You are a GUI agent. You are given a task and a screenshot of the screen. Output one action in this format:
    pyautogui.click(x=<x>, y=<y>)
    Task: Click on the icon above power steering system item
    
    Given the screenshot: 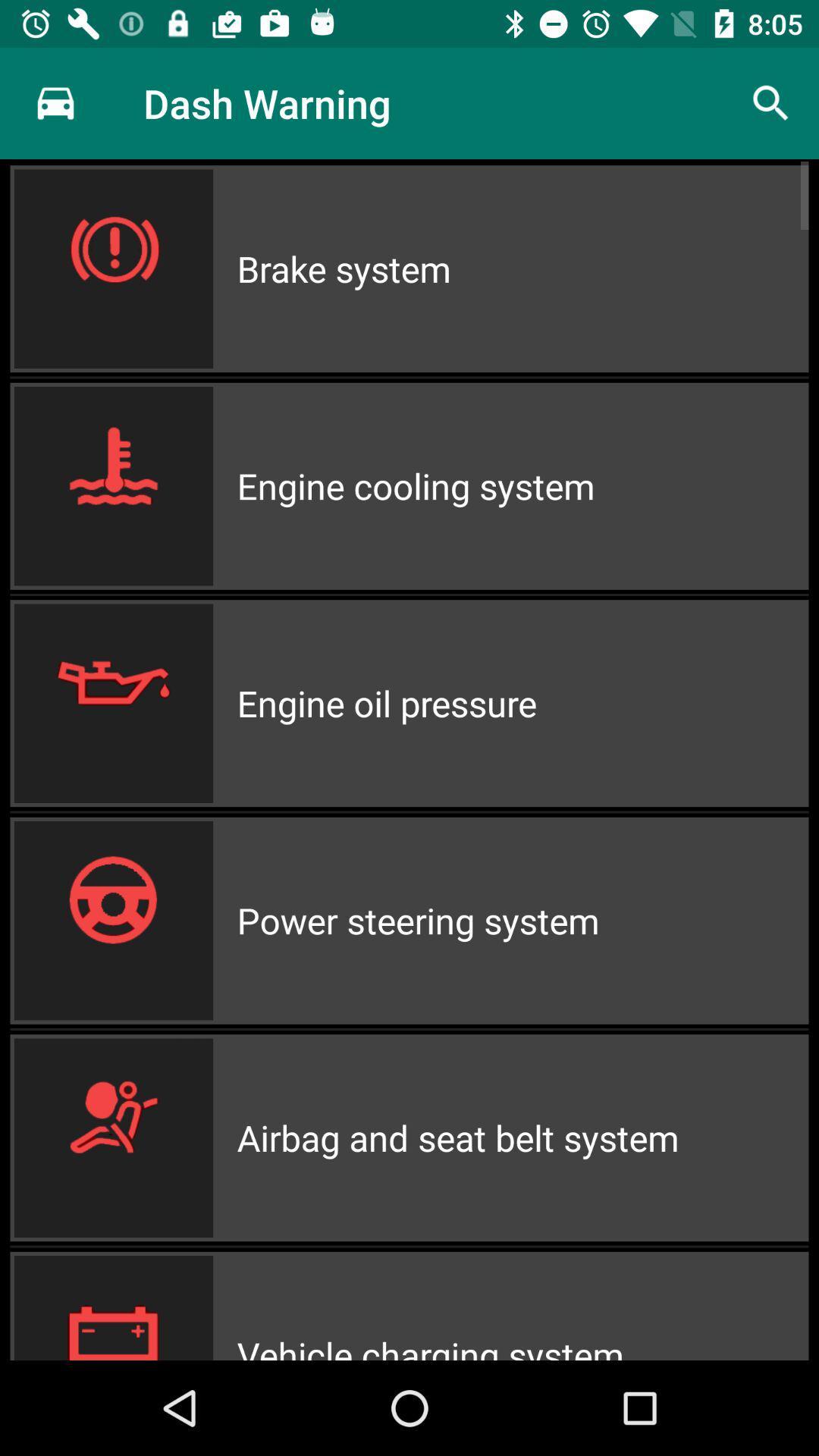 What is the action you would take?
    pyautogui.click(x=522, y=702)
    